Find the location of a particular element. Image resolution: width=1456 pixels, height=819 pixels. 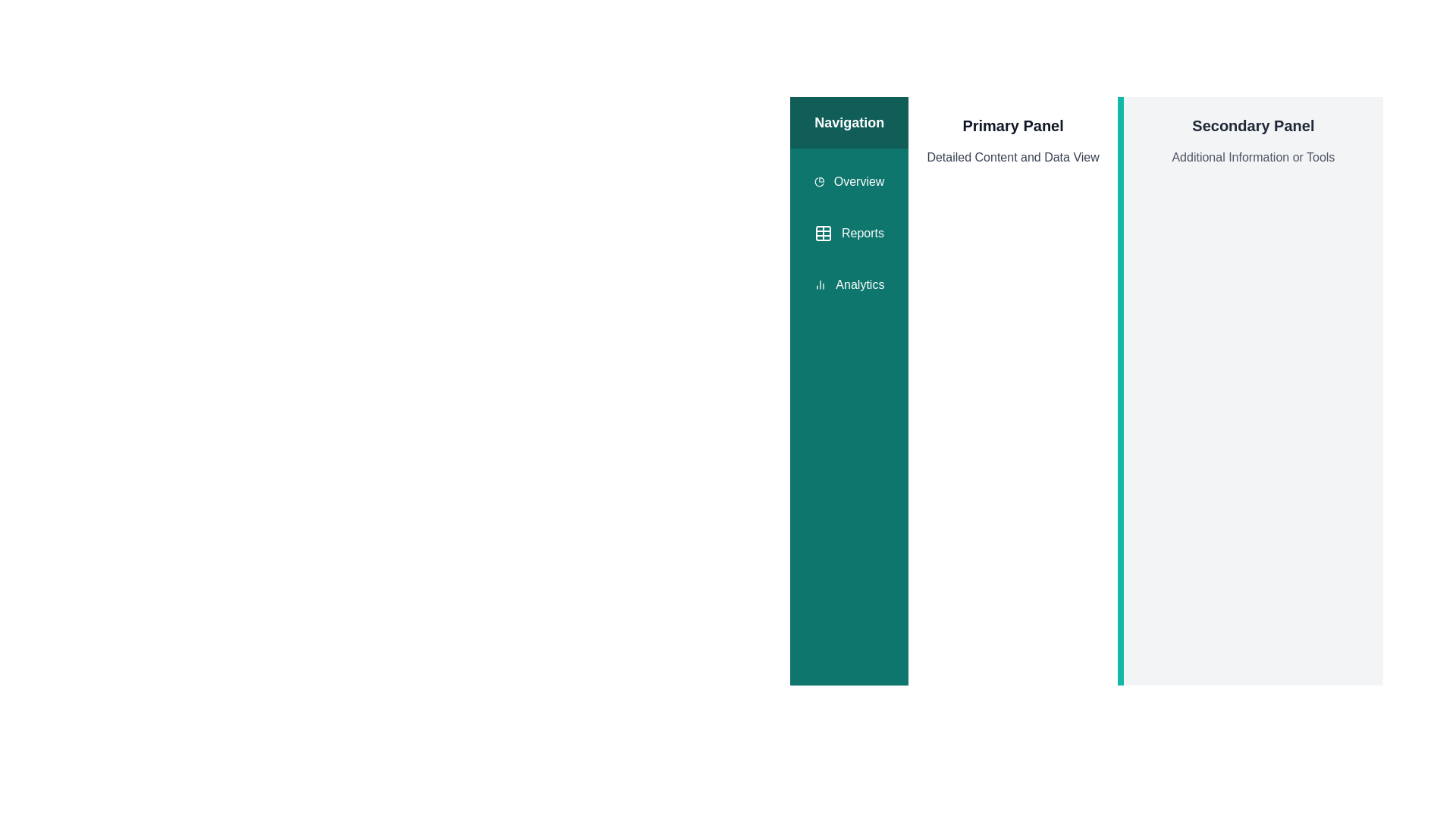

the text label that reads 'Additional Information or Tools', styled in gray font, located in the light gray section of the 'Secondary Panel' is located at coordinates (1253, 158).